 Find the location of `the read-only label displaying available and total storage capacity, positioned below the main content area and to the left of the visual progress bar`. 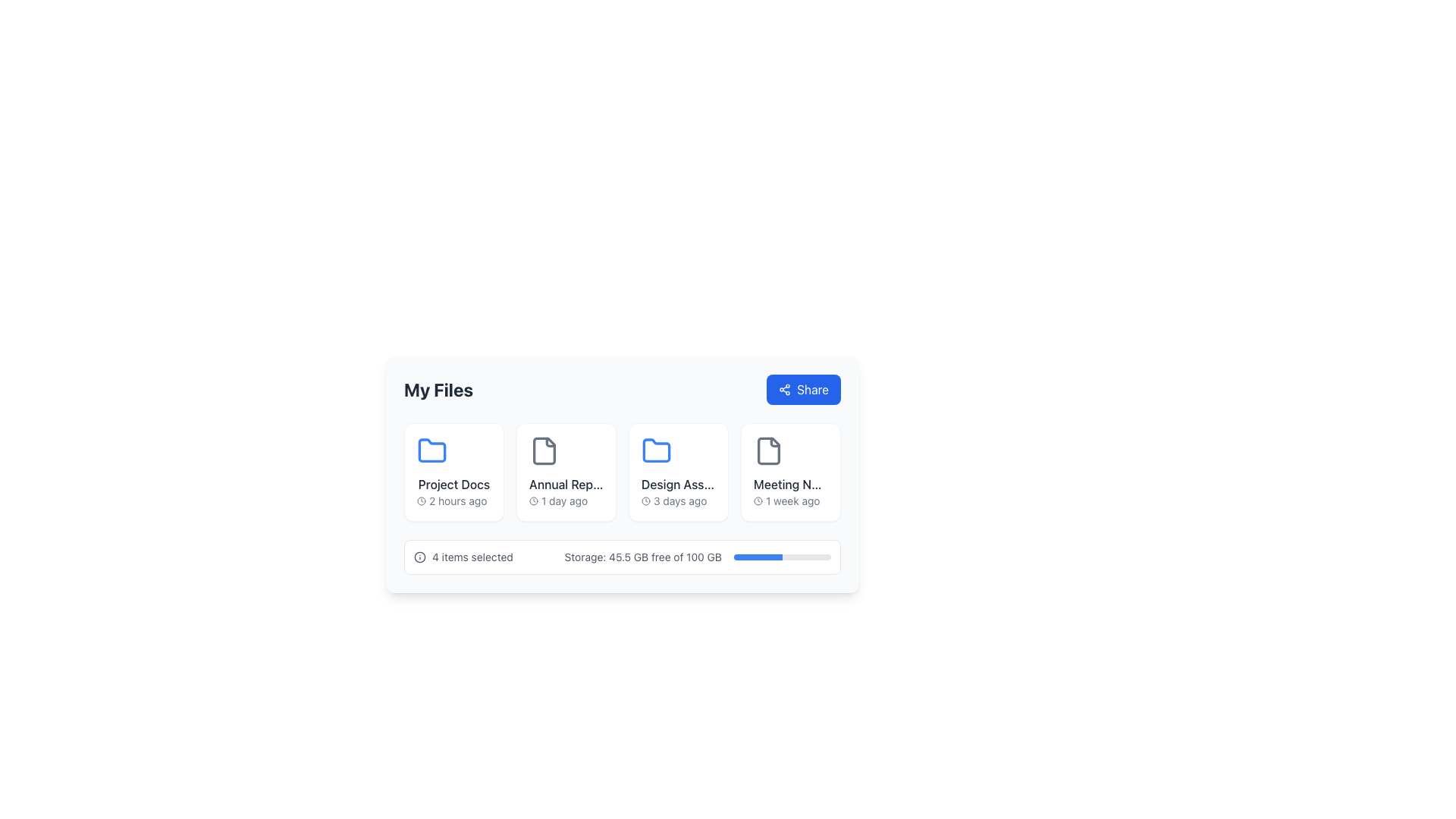

the read-only label displaying available and total storage capacity, positioned below the main content area and to the left of the visual progress bar is located at coordinates (643, 557).